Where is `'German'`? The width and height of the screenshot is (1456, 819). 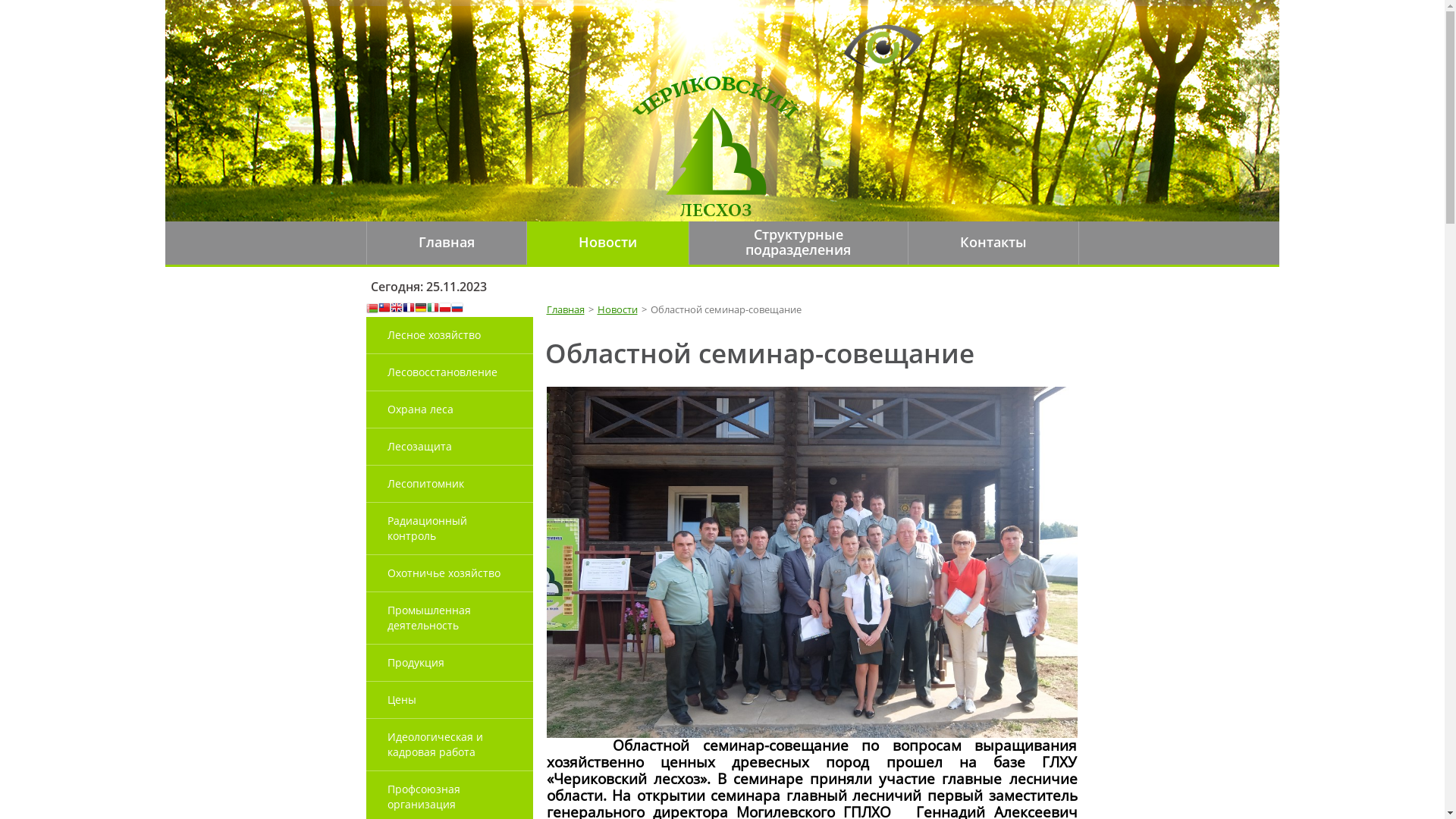 'German' is located at coordinates (414, 308).